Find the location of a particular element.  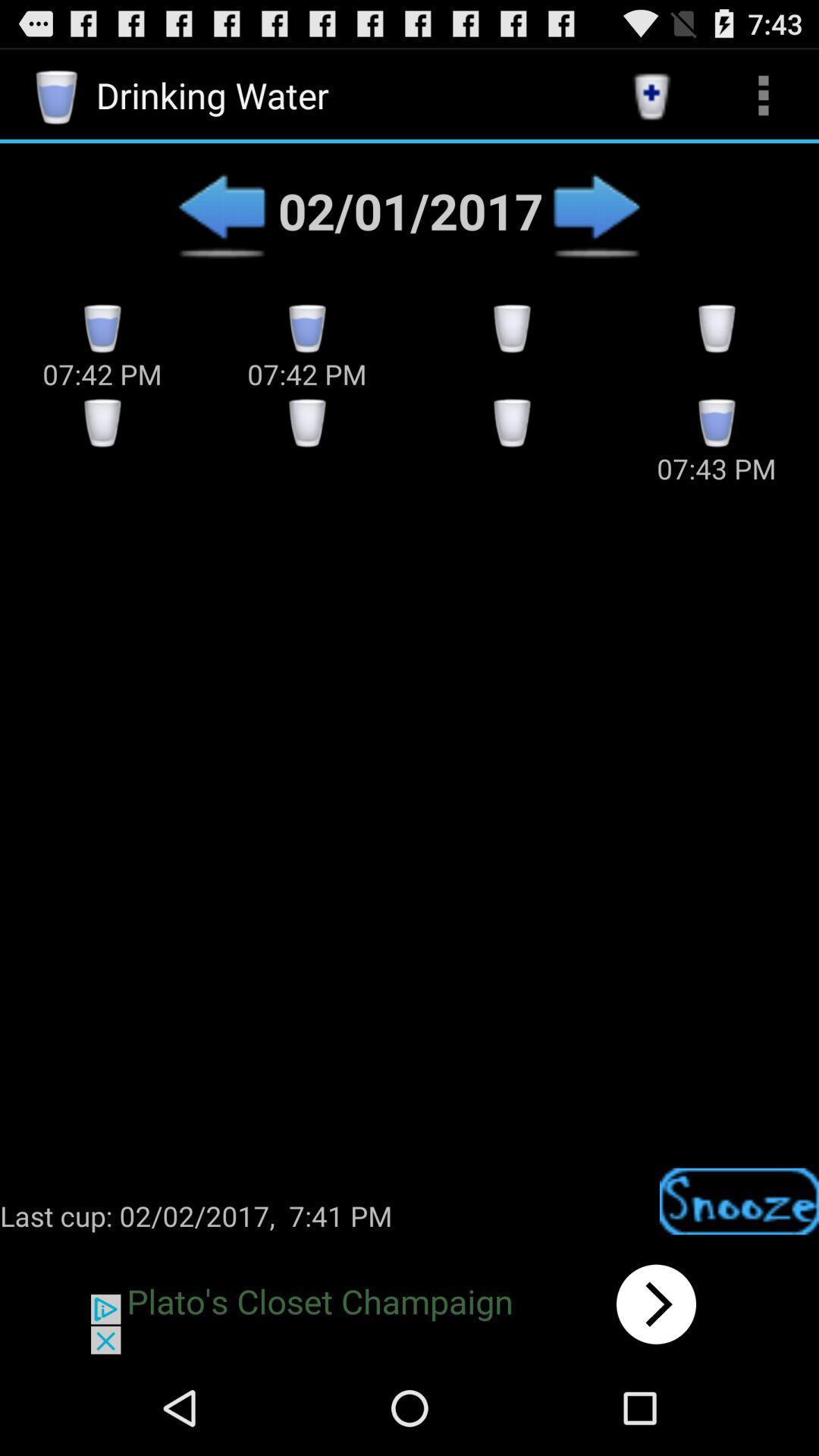

the arrow_backward icon is located at coordinates (221, 224).